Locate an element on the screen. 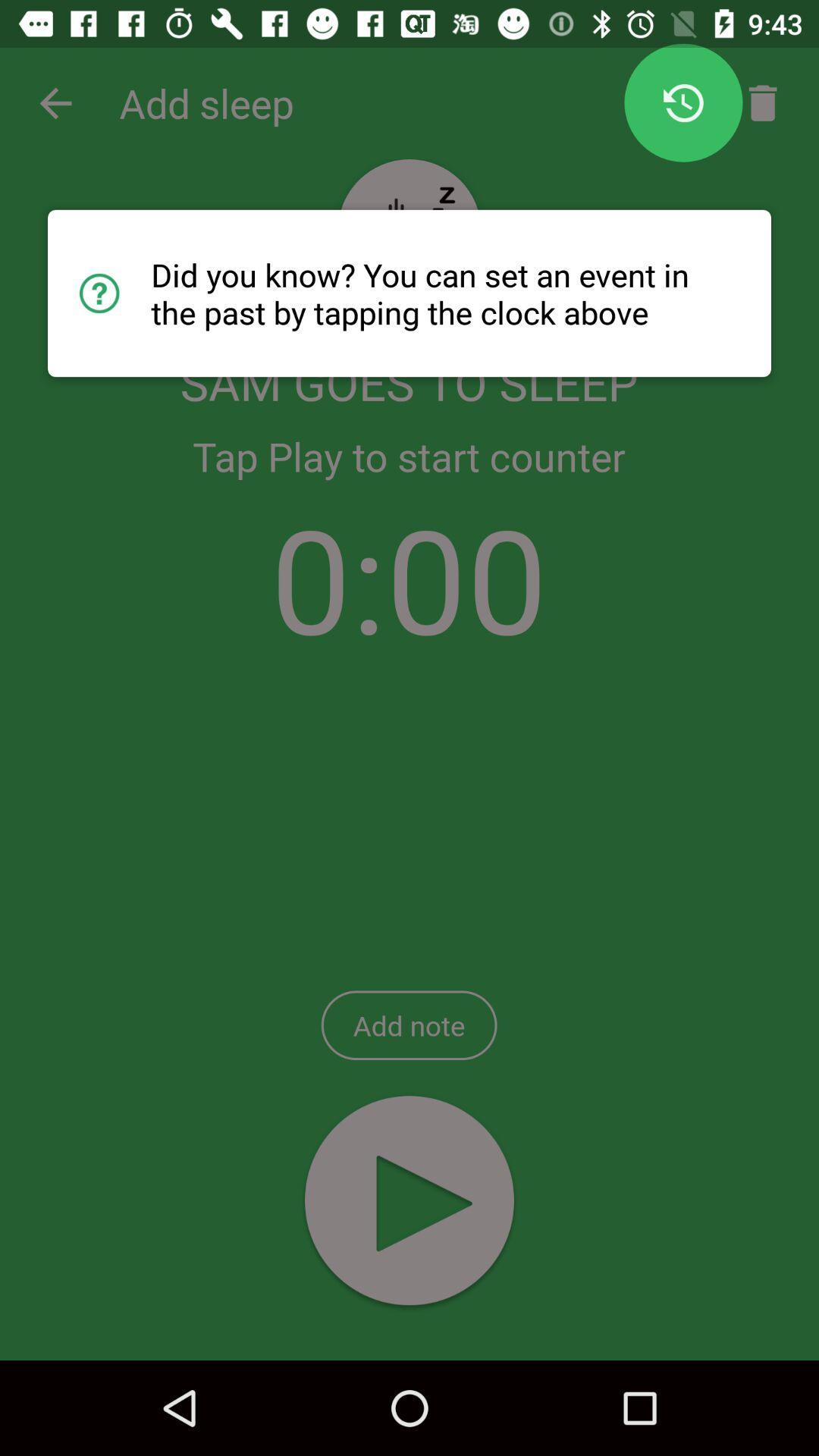 This screenshot has height=1456, width=819. item to the left of add sleep icon is located at coordinates (55, 102).